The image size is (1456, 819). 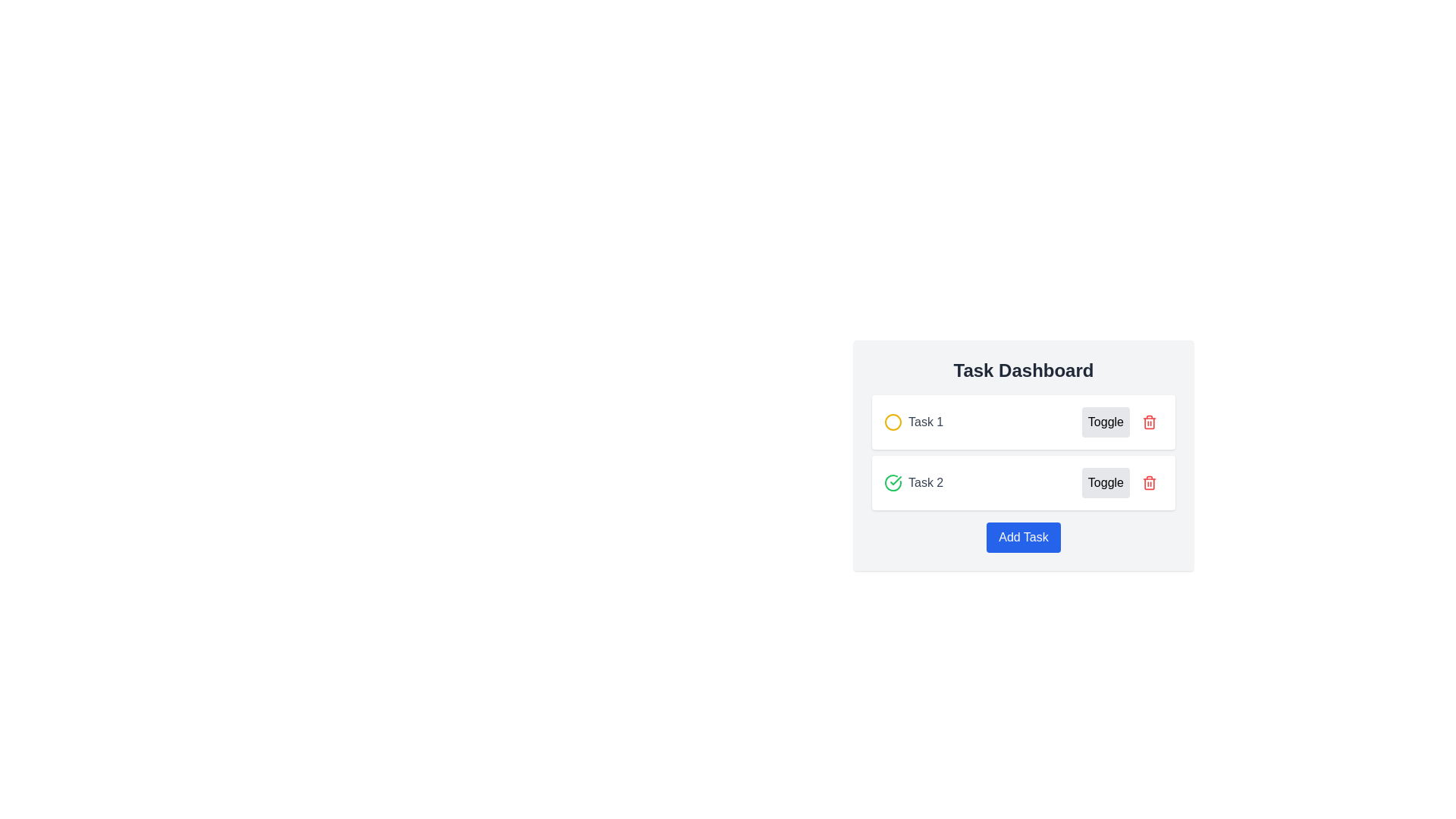 What do you see at coordinates (1106, 422) in the screenshot?
I see `the 'Toggle' button, which is a rectangular button with a light gray background and slightly rounded corners, to toggle repeatedly` at bounding box center [1106, 422].